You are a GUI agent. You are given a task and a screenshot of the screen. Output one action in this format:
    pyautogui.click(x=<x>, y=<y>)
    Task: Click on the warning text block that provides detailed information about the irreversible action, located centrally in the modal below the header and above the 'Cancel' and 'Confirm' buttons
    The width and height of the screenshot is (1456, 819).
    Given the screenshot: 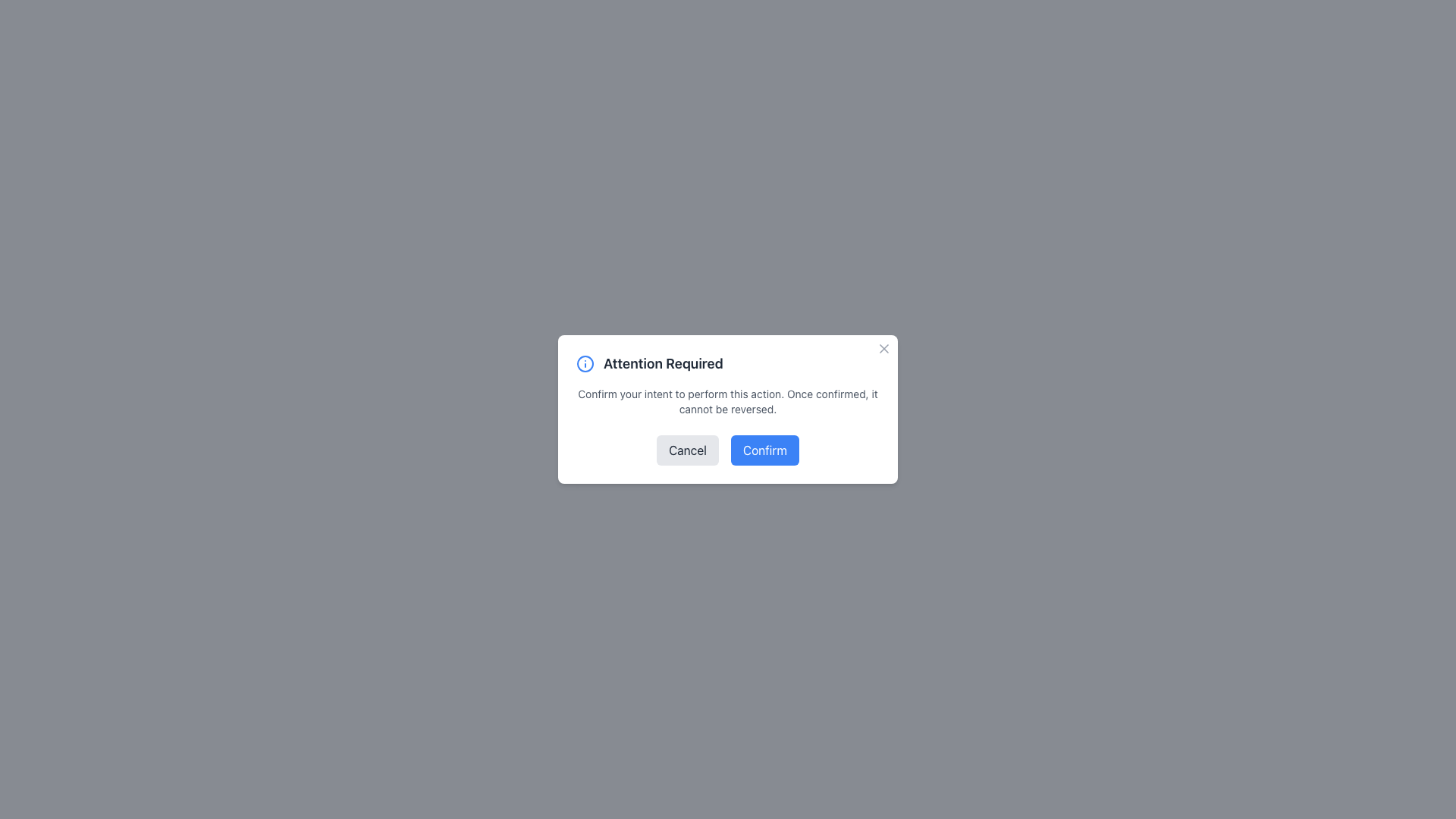 What is the action you would take?
    pyautogui.click(x=728, y=400)
    